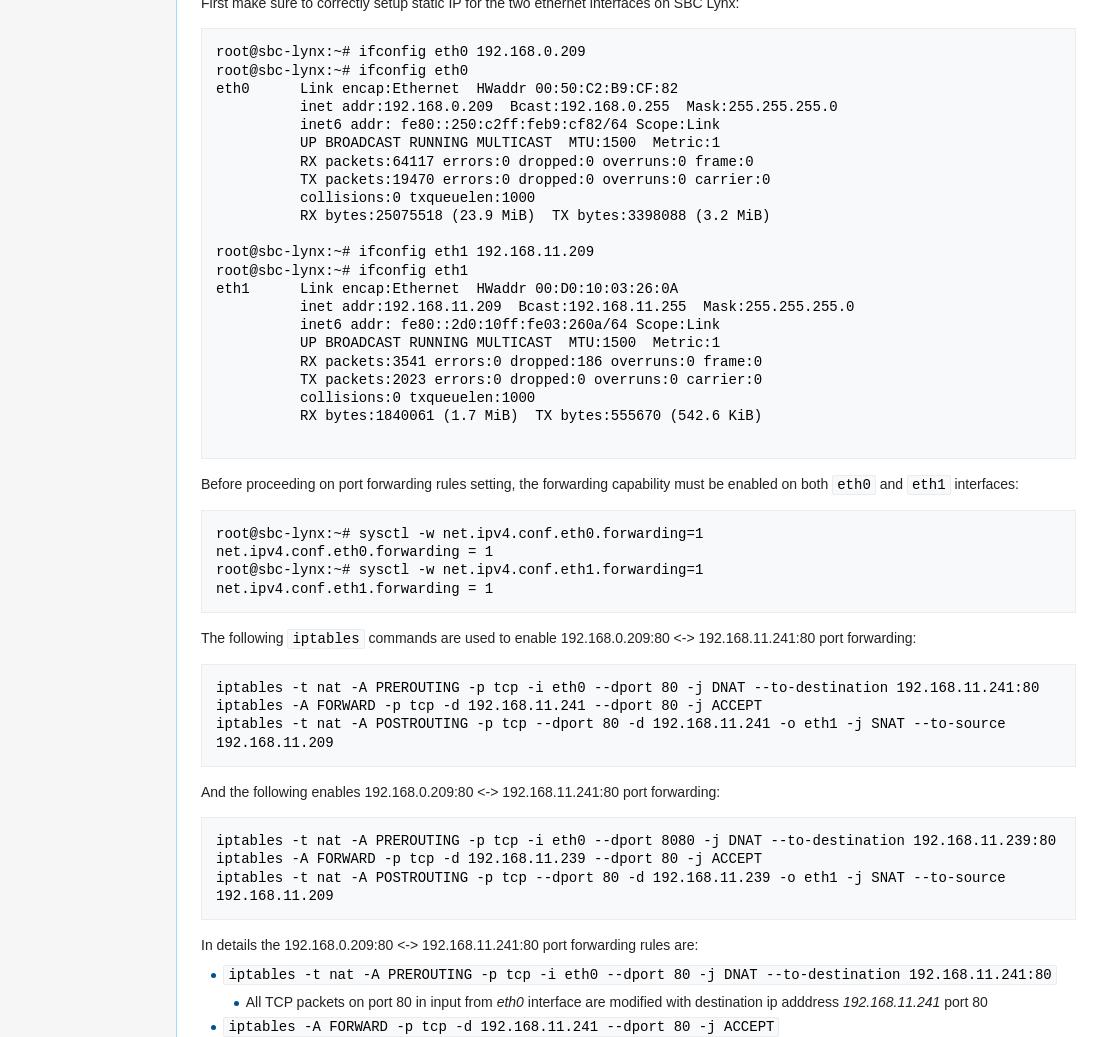 This screenshot has width=1100, height=1037. Describe the element at coordinates (939, 1001) in the screenshot. I see `'port 80'` at that location.